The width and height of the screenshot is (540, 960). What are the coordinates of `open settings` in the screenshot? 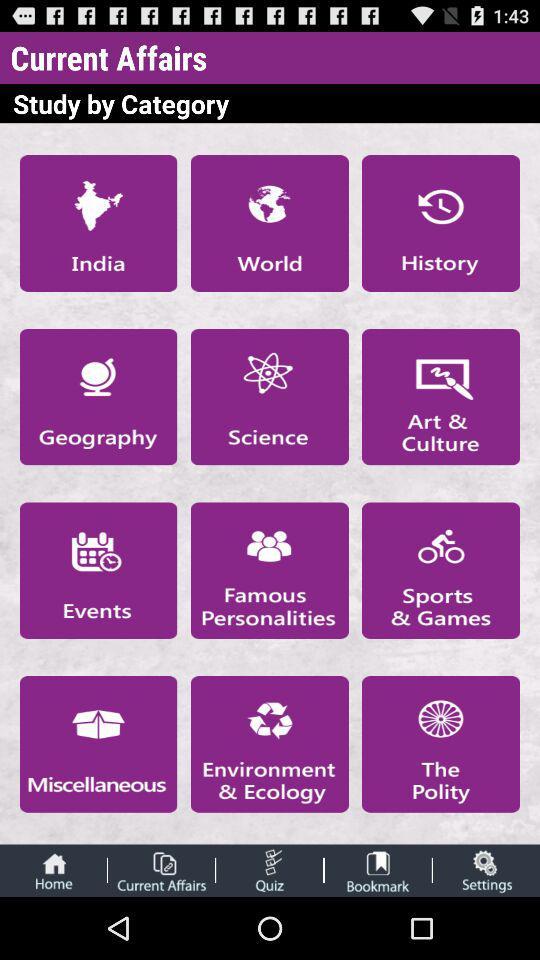 It's located at (485, 869).